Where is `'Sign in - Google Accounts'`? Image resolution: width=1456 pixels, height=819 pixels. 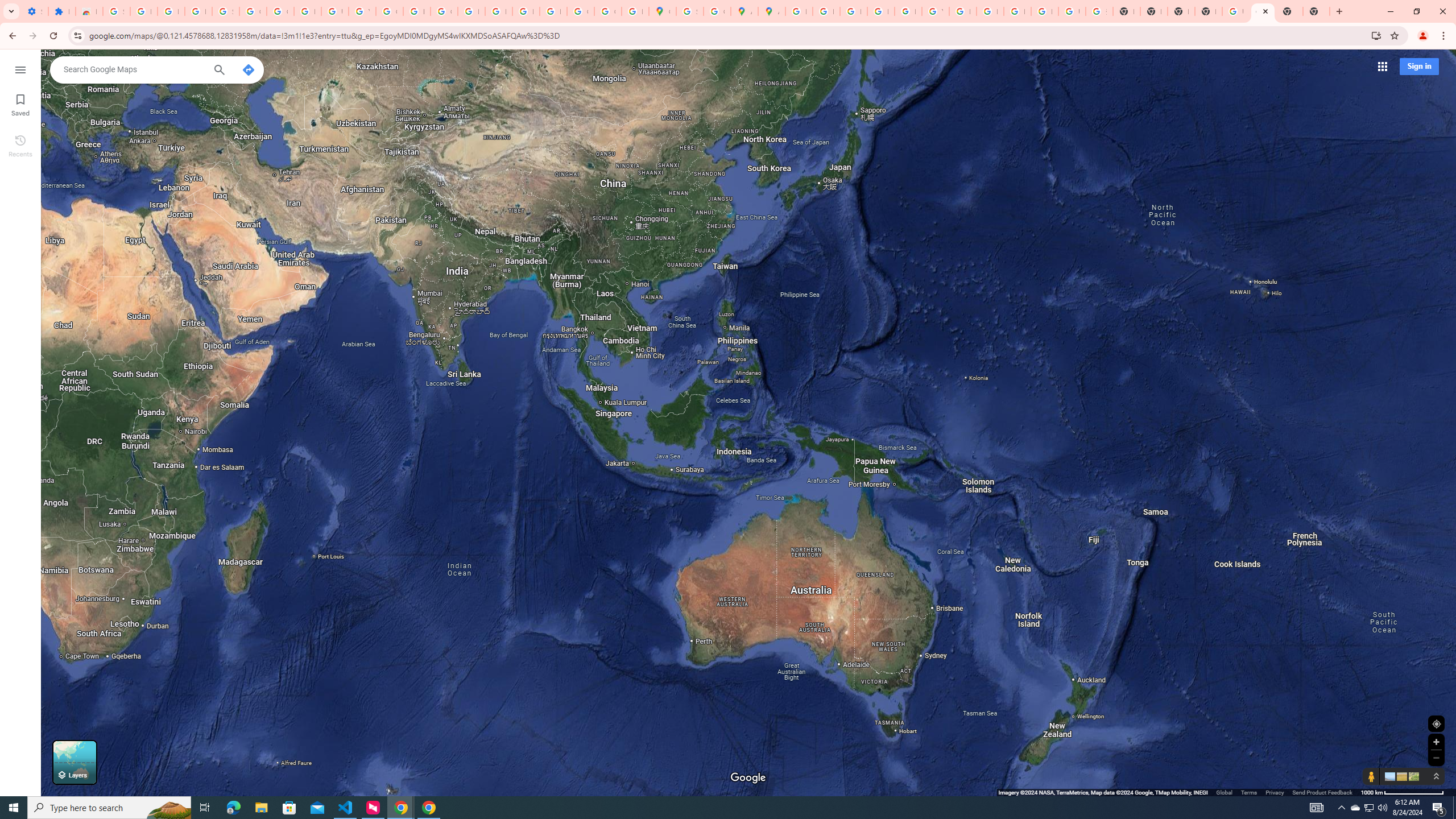 'Sign in - Google Accounts' is located at coordinates (115, 11).